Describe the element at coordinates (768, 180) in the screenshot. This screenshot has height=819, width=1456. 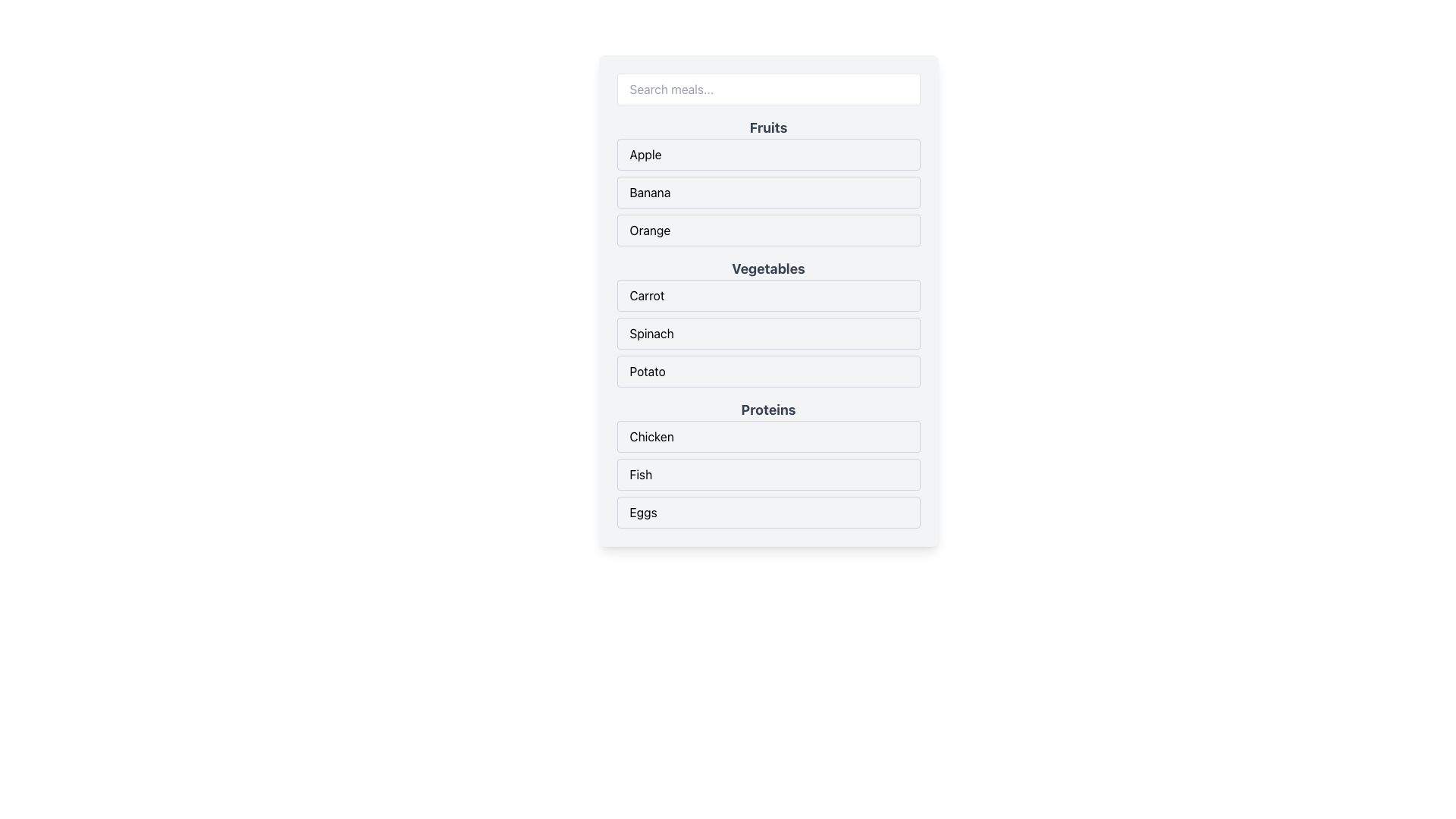
I see `the second button in the 'Fruits' category list, located between the 'Apple' and 'Orange' buttons` at that location.